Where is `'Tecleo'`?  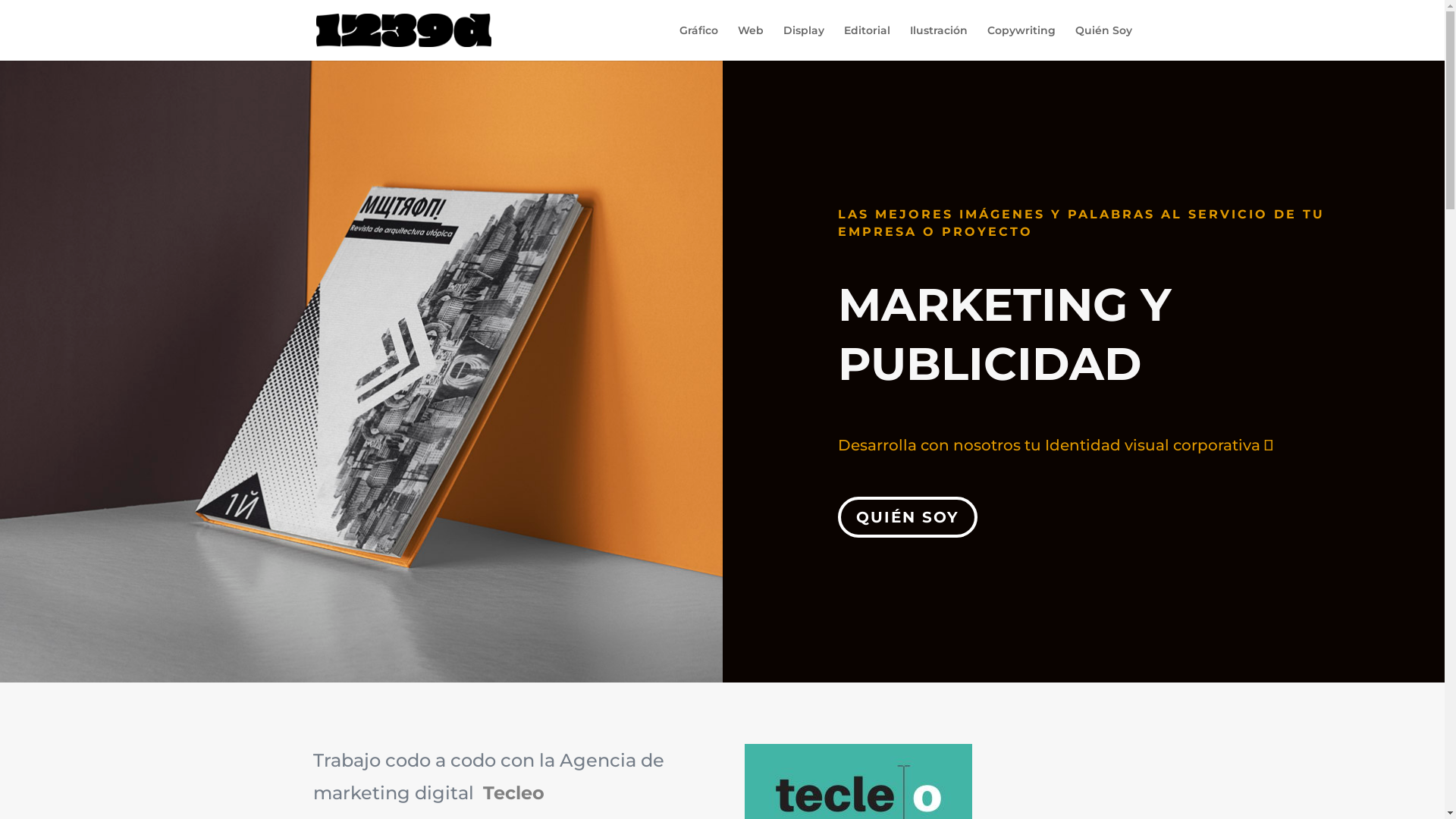
'Tecleo' is located at coordinates (481, 792).